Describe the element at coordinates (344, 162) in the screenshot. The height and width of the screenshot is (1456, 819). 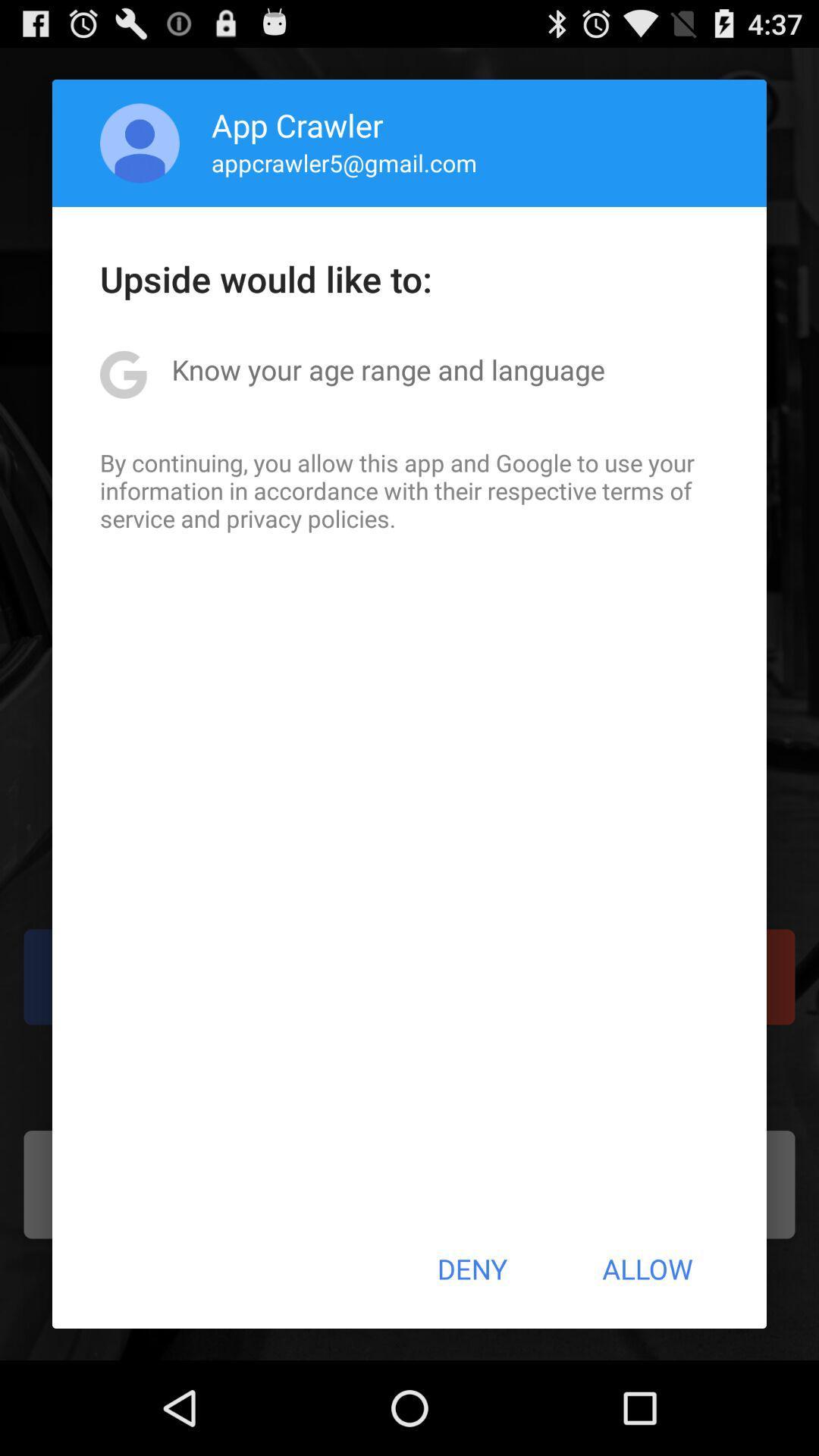
I see `appcrawler5@gmail.com app` at that location.